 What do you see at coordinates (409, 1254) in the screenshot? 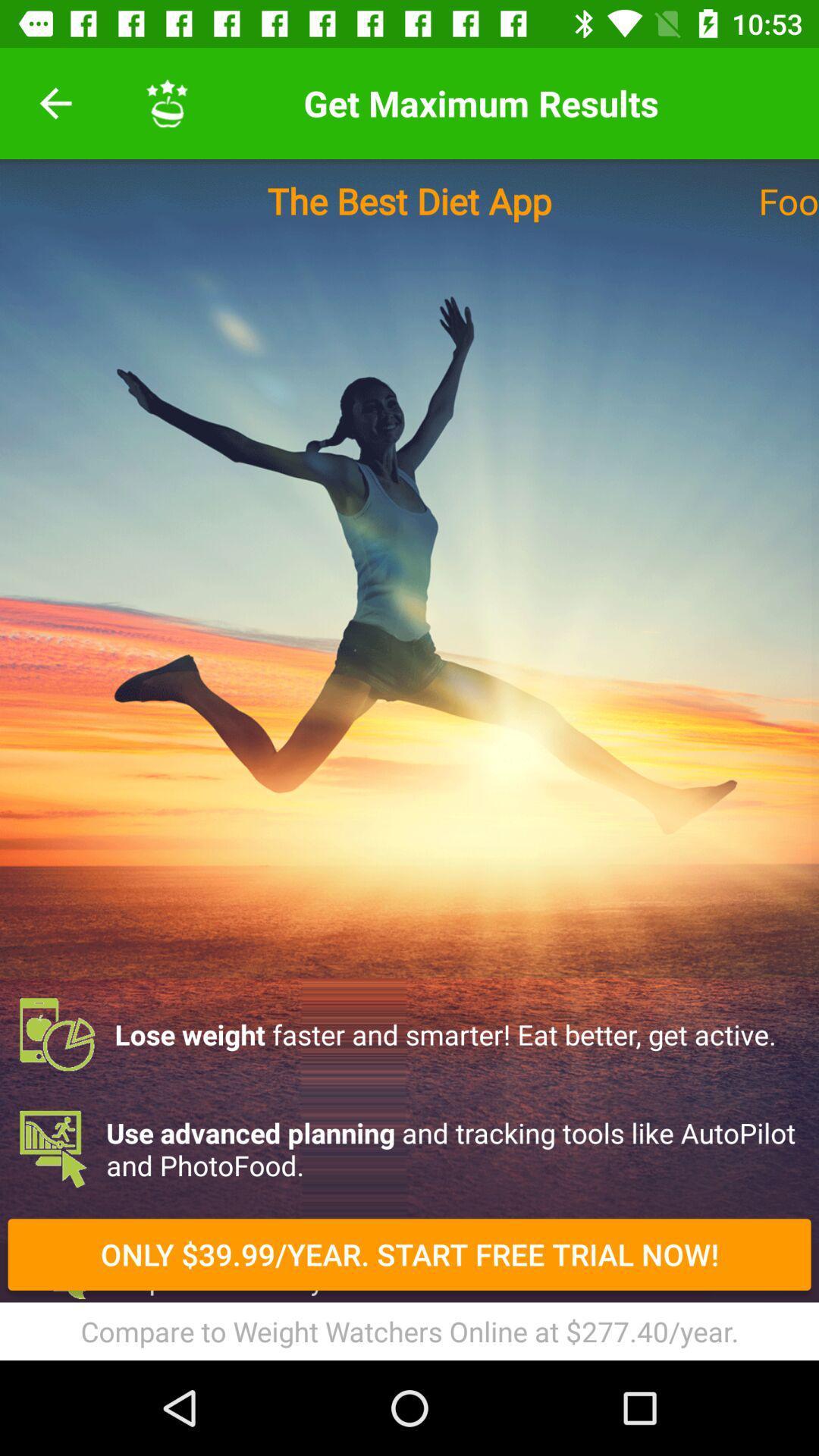
I see `the item above the compare to weight` at bounding box center [409, 1254].